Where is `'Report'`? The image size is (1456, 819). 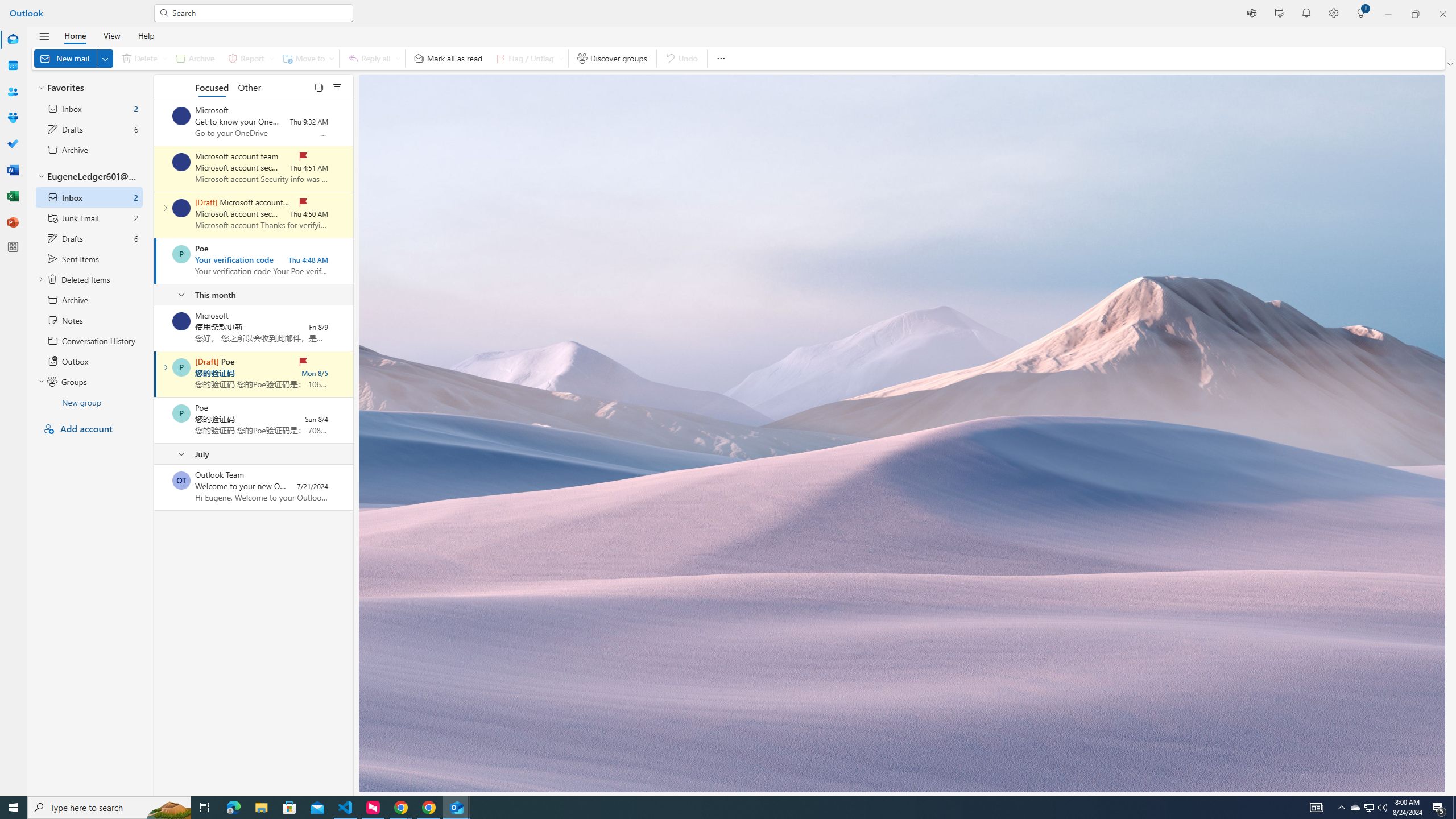
'Report' is located at coordinates (248, 58).